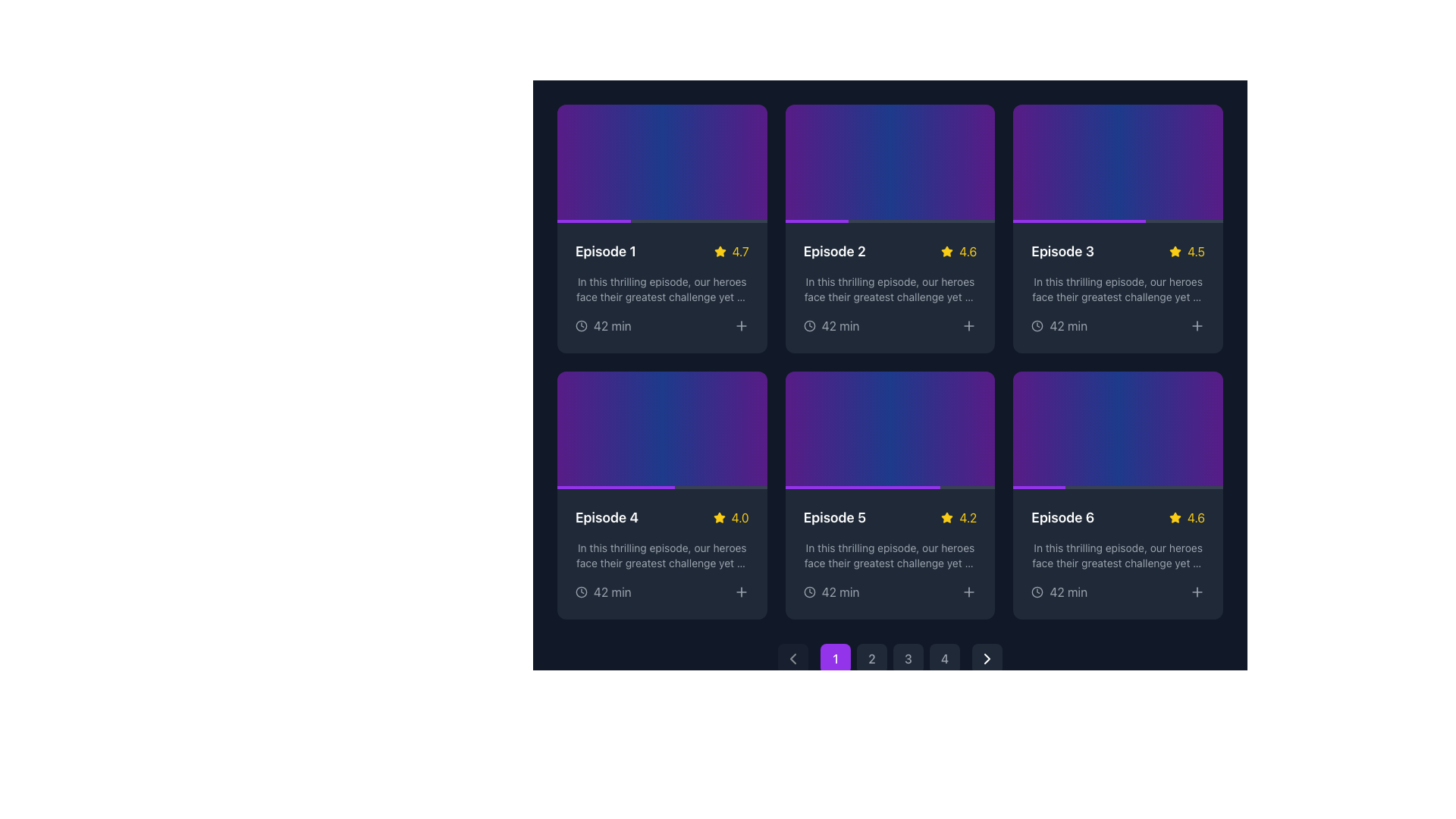 Image resolution: width=1456 pixels, height=819 pixels. Describe the element at coordinates (1186, 517) in the screenshot. I see `the text label displaying the numerical rating for 'Episode 6', which is located to the right of the yellow star icon in the bottom-right section of the card` at that location.